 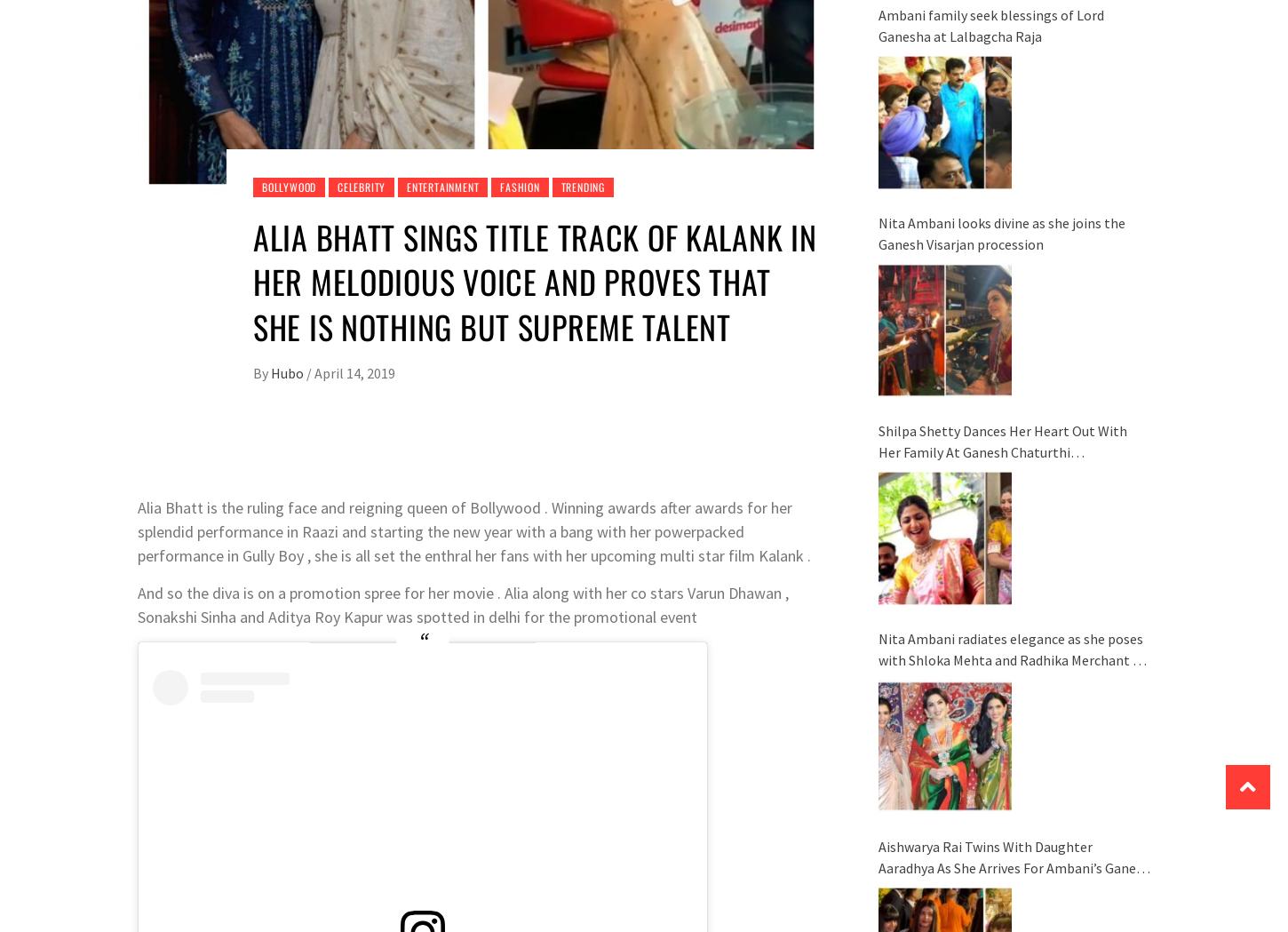 I want to click on '/', so click(x=309, y=370).